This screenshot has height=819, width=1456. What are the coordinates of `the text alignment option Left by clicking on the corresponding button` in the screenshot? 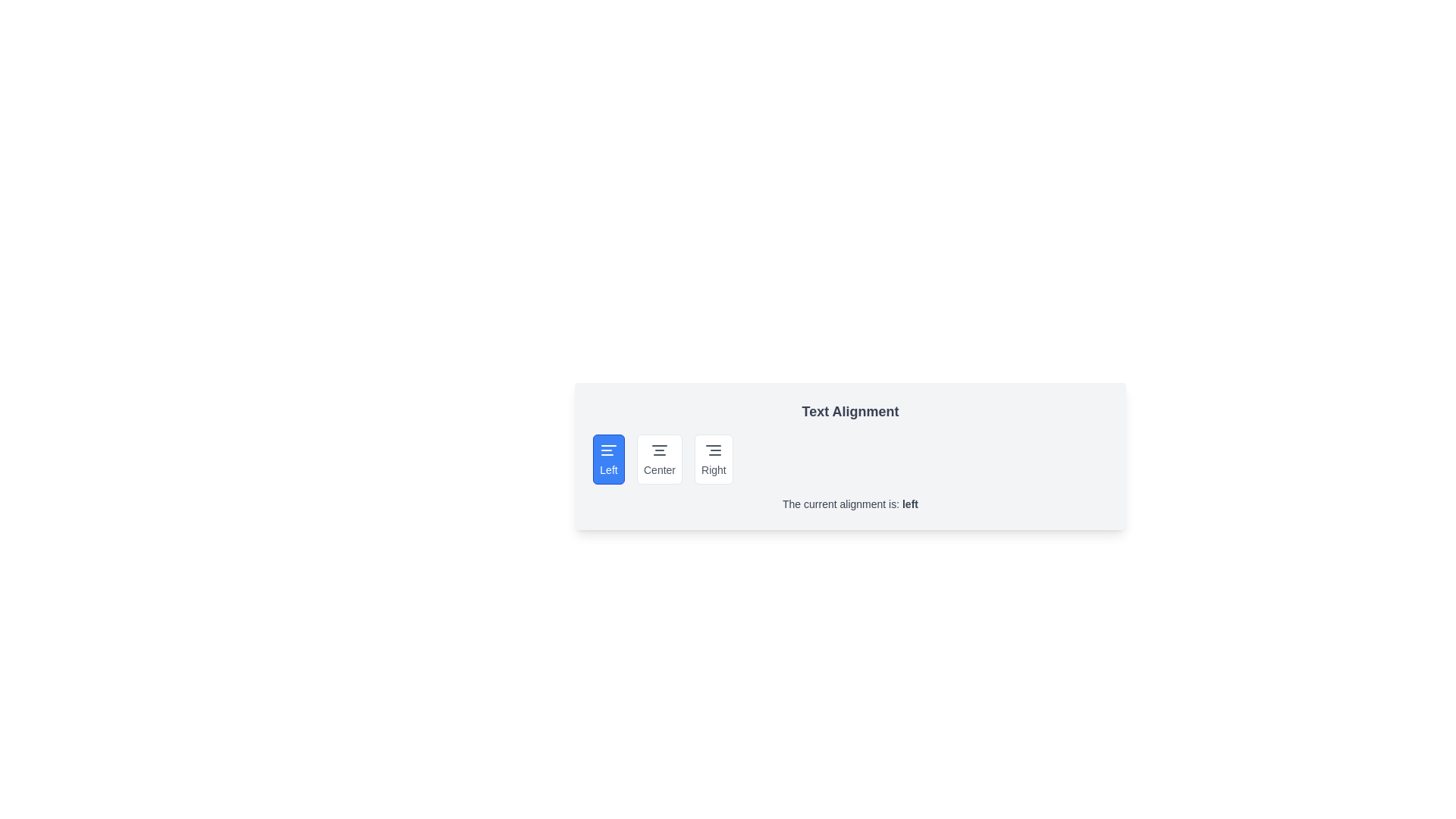 It's located at (608, 458).